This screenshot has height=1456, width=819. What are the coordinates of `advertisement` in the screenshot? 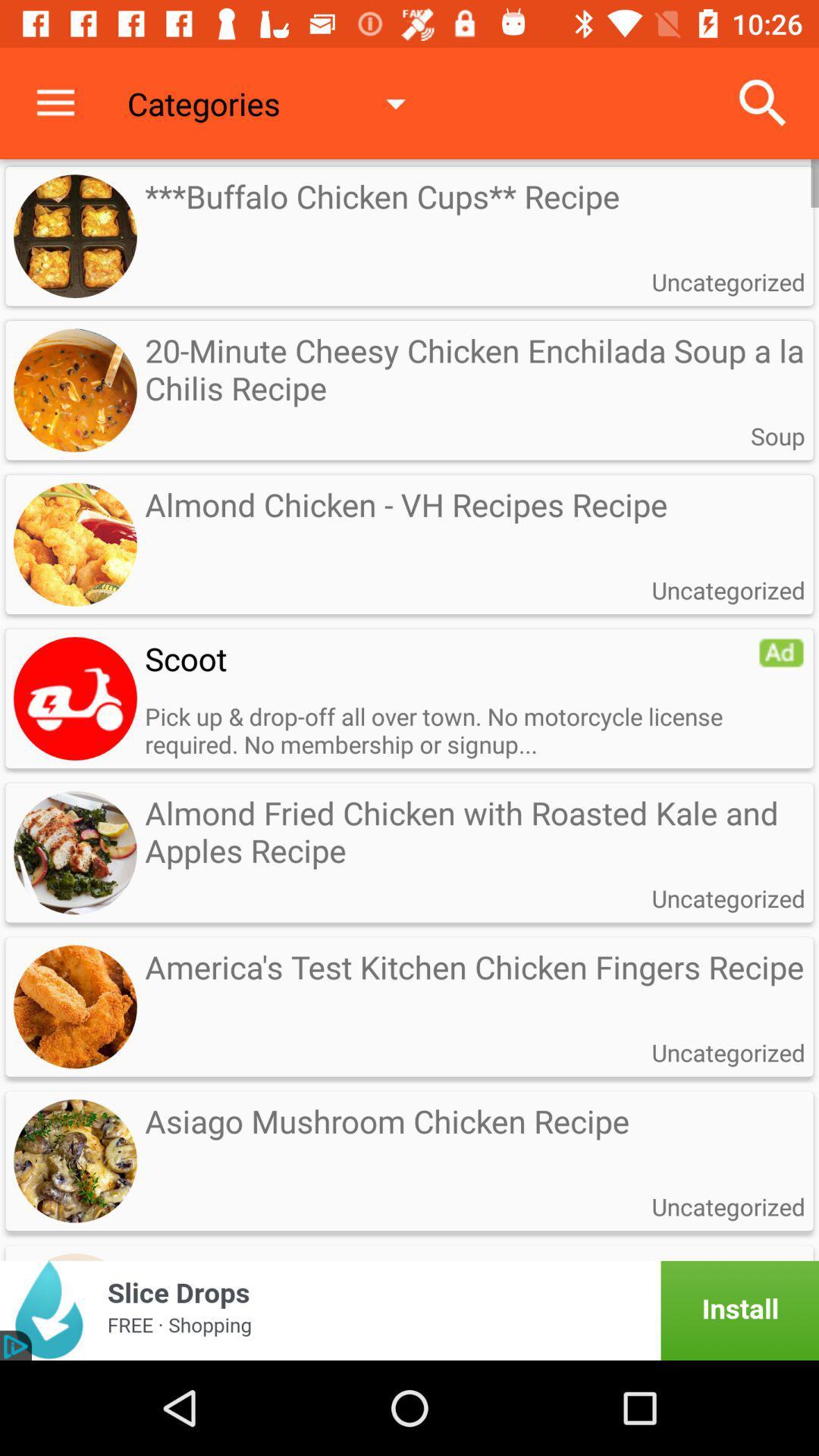 It's located at (409, 1310).